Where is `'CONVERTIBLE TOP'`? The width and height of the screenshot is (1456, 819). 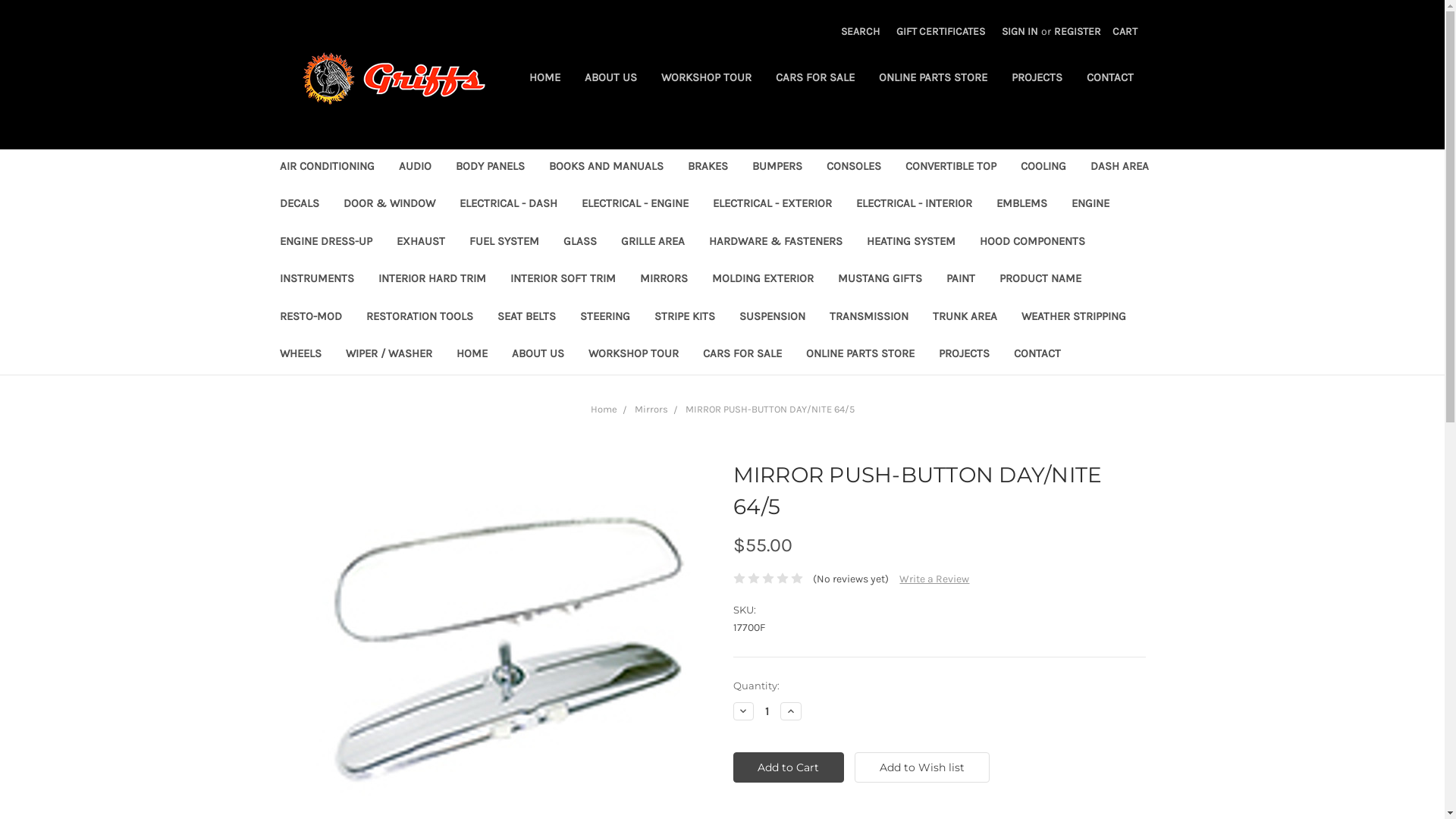 'CONVERTIBLE TOP' is located at coordinates (949, 168).